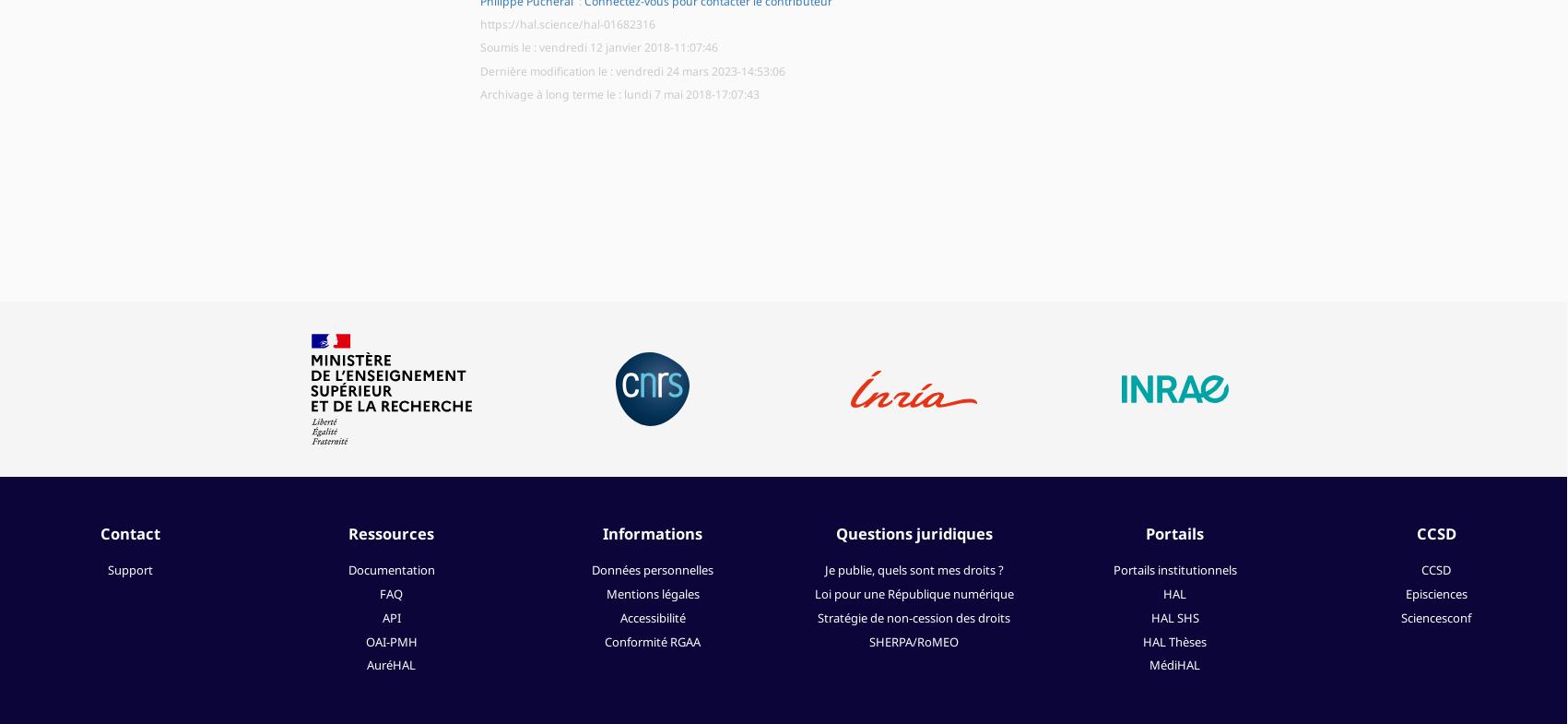 Image resolution: width=1568 pixels, height=724 pixels. What do you see at coordinates (604, 641) in the screenshot?
I see `'Conformité RGAA'` at bounding box center [604, 641].